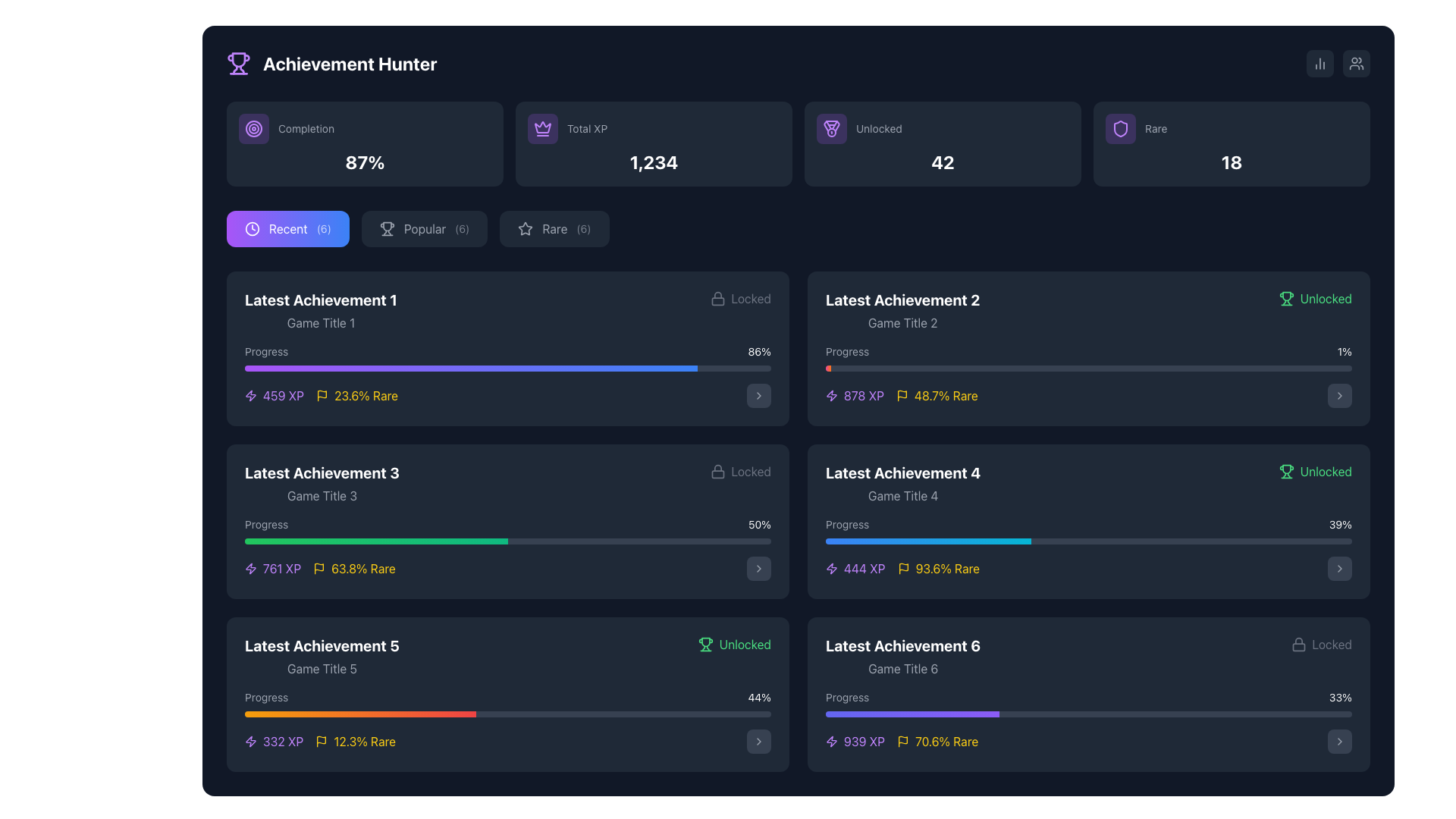 This screenshot has height=819, width=1456. Describe the element at coordinates (321, 656) in the screenshot. I see `the fifth Text Label displaying information about 'Latest Achievement 5' and 'Game Title 5' for further options` at that location.